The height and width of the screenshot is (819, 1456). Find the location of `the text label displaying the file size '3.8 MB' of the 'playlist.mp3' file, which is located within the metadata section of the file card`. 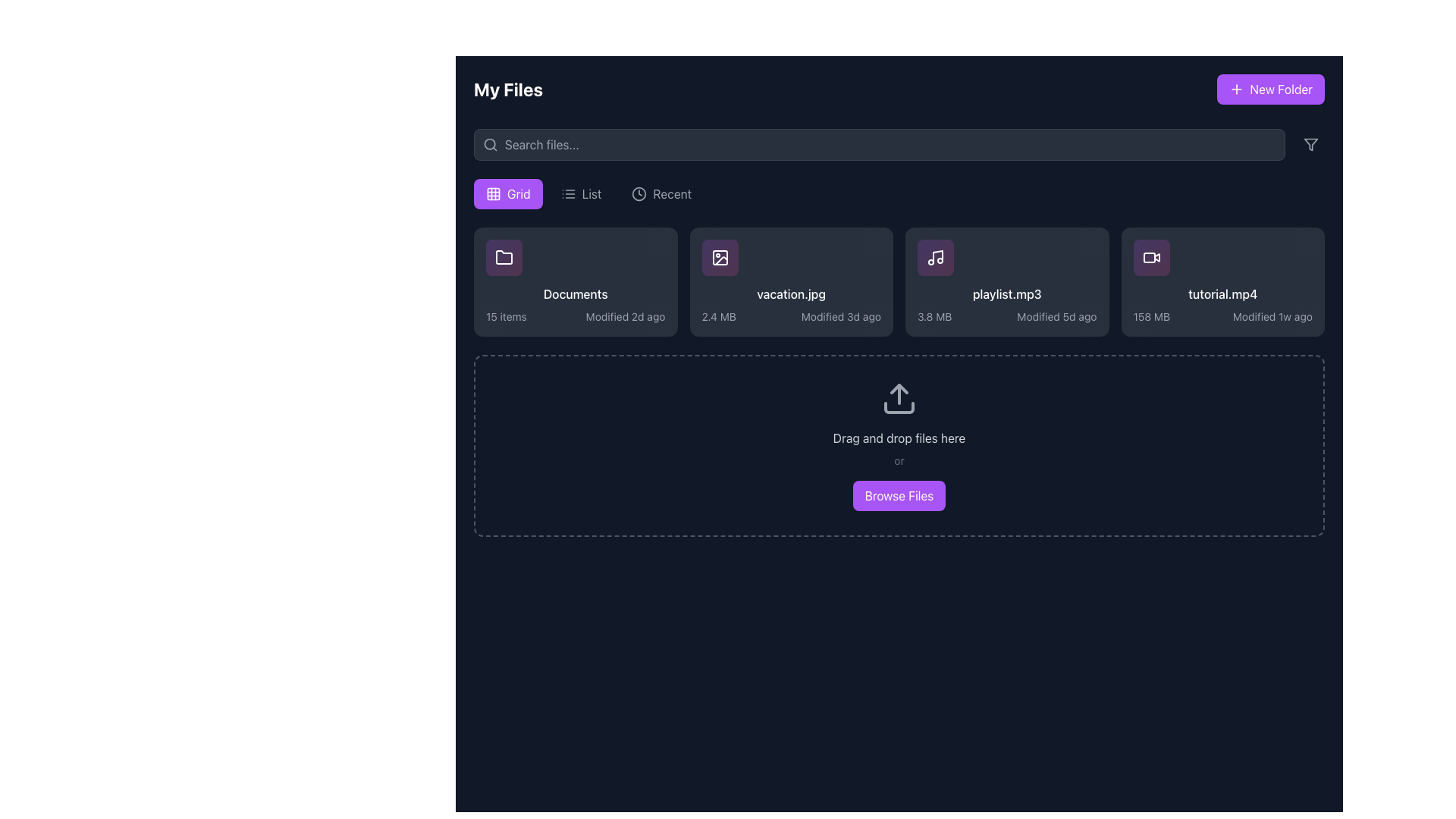

the text label displaying the file size '3.8 MB' of the 'playlist.mp3' file, which is located within the metadata section of the file card is located at coordinates (934, 315).